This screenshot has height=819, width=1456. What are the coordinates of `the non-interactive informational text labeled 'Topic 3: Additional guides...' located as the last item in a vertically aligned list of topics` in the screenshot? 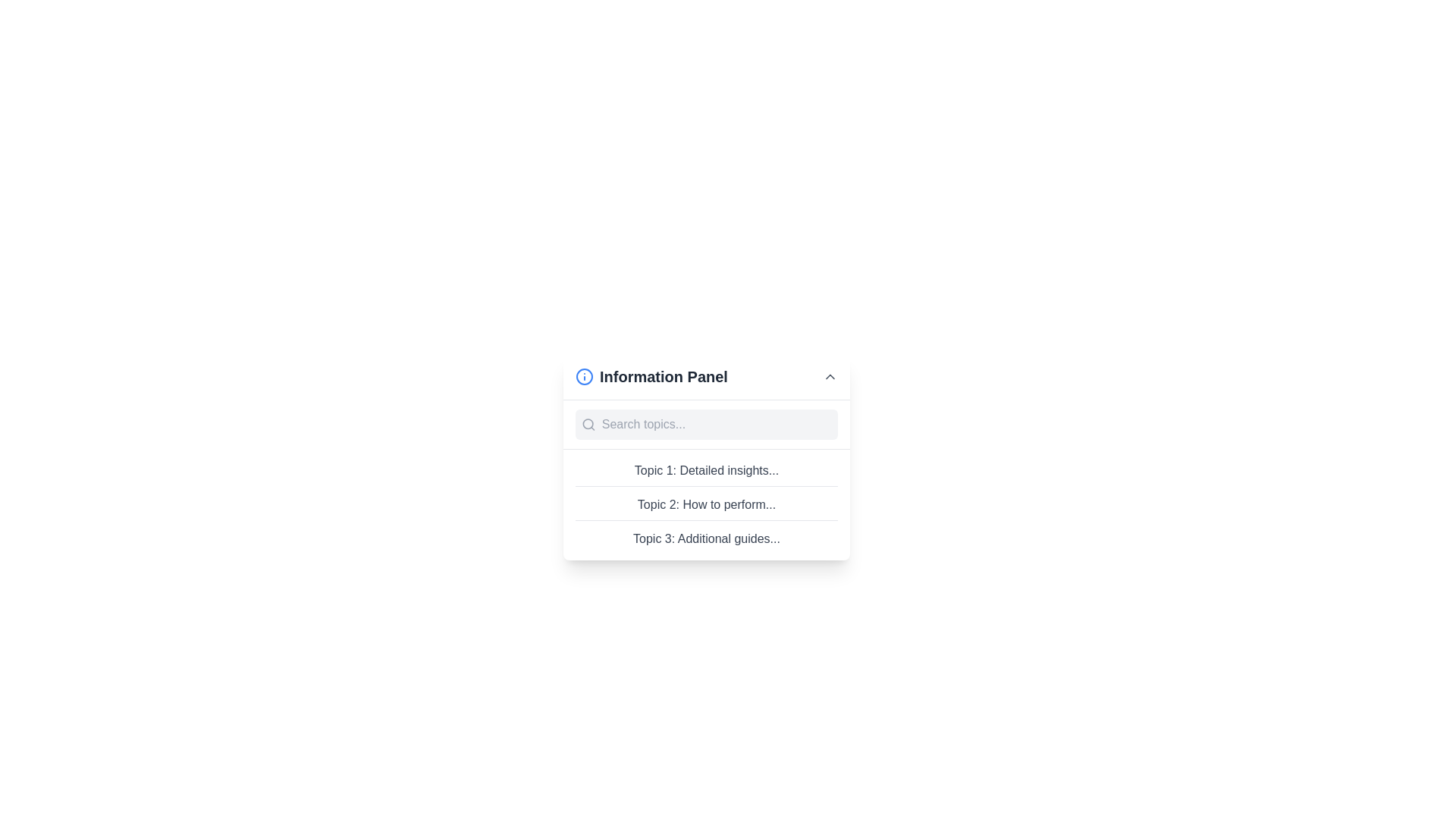 It's located at (705, 538).